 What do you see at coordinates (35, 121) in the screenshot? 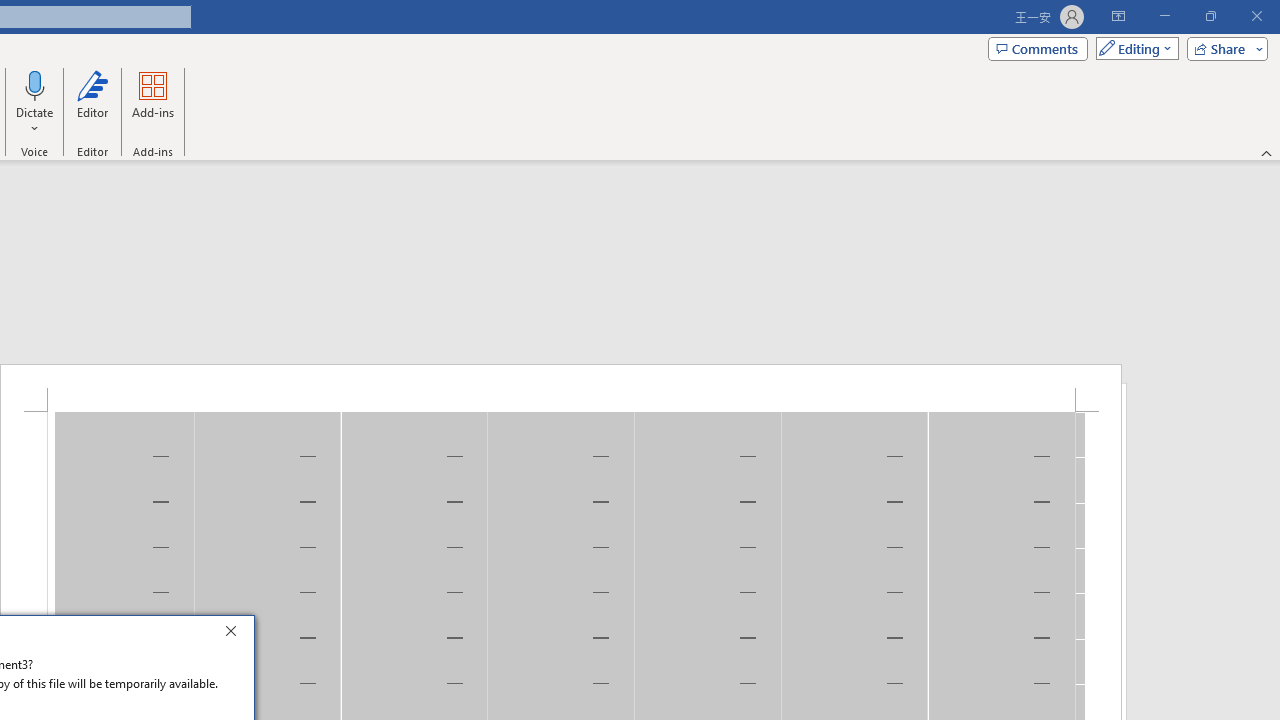
I see `'More Options'` at bounding box center [35, 121].